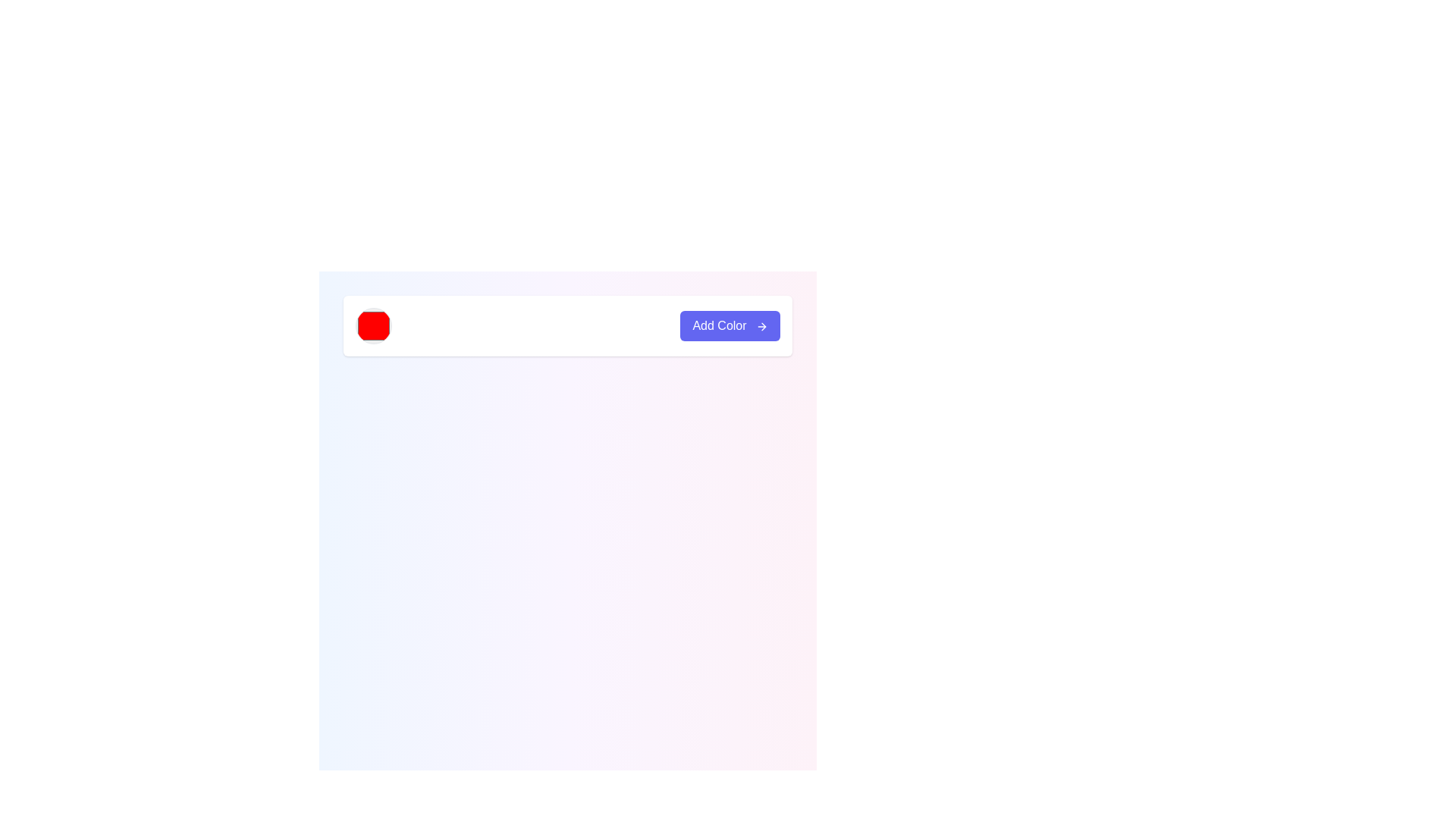  I want to click on the circular color display from the composite UI component that includes a color selector, label area, and 'Add Color' button, so click(566, 334).